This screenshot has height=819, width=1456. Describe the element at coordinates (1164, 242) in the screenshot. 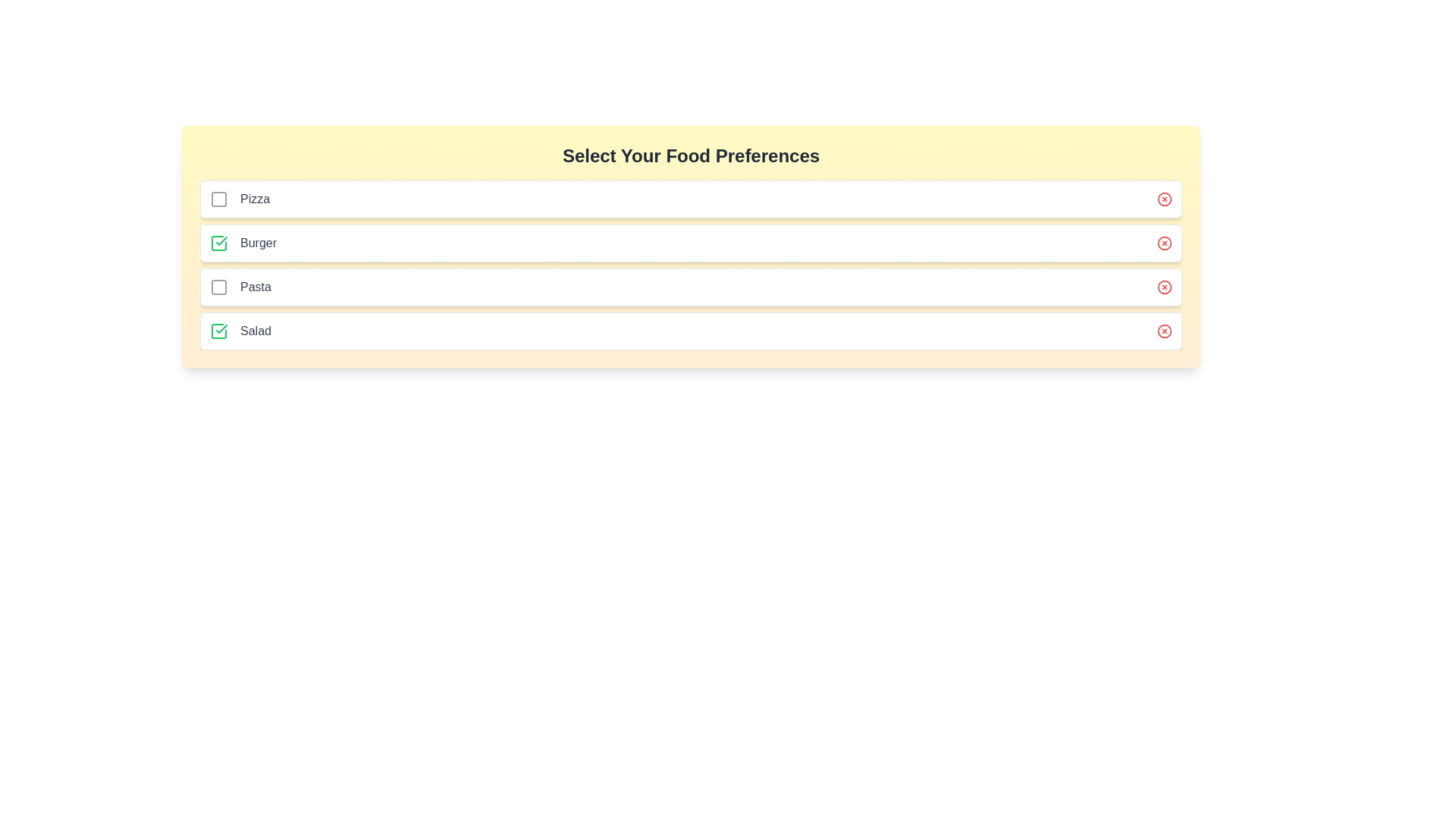

I see `the button that removes or deselects the 'Burger' item, located to the far right of its row` at that location.